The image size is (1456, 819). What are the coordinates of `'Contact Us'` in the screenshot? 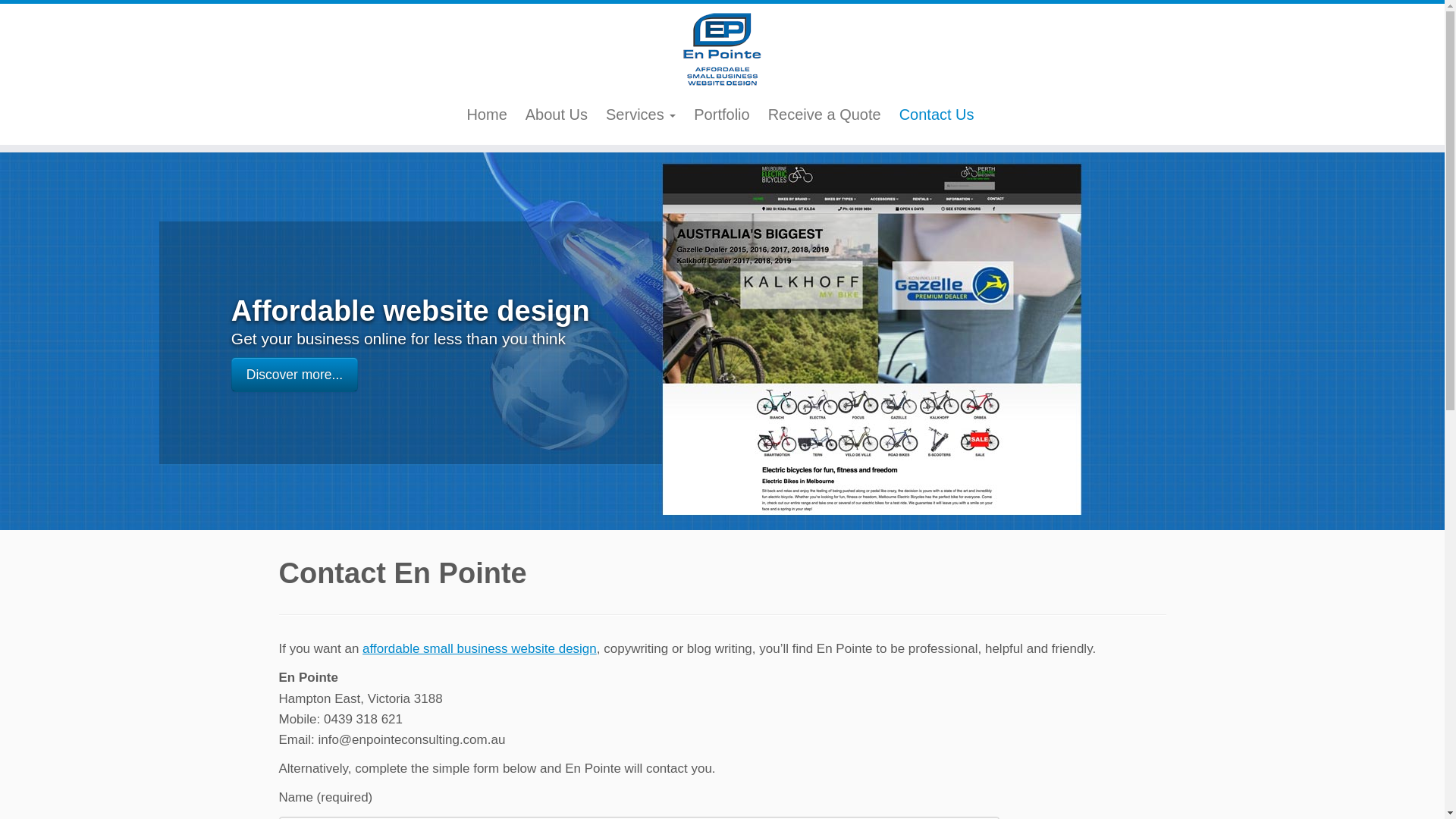 It's located at (936, 113).